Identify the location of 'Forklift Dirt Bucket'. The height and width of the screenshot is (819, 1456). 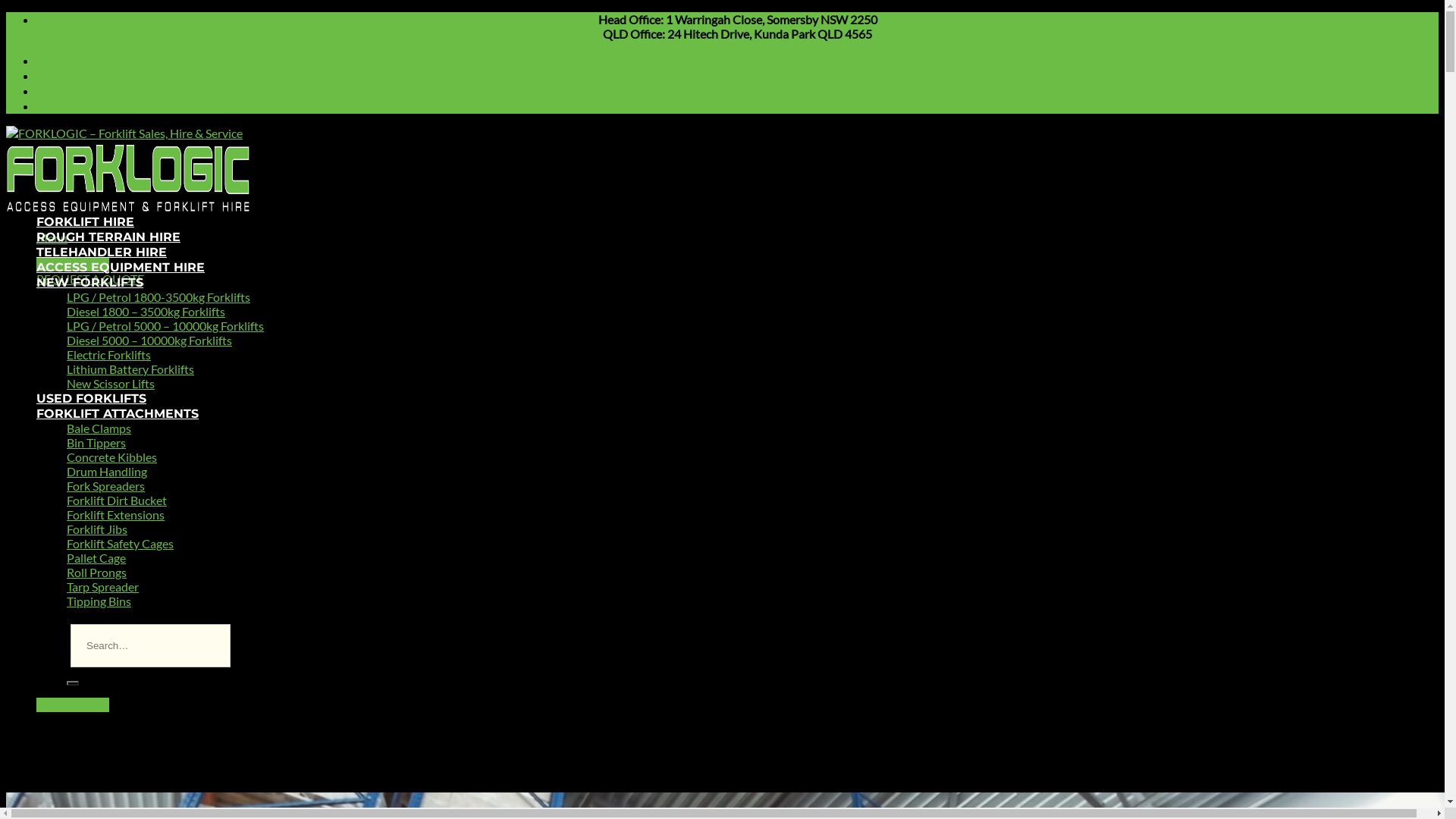
(115, 500).